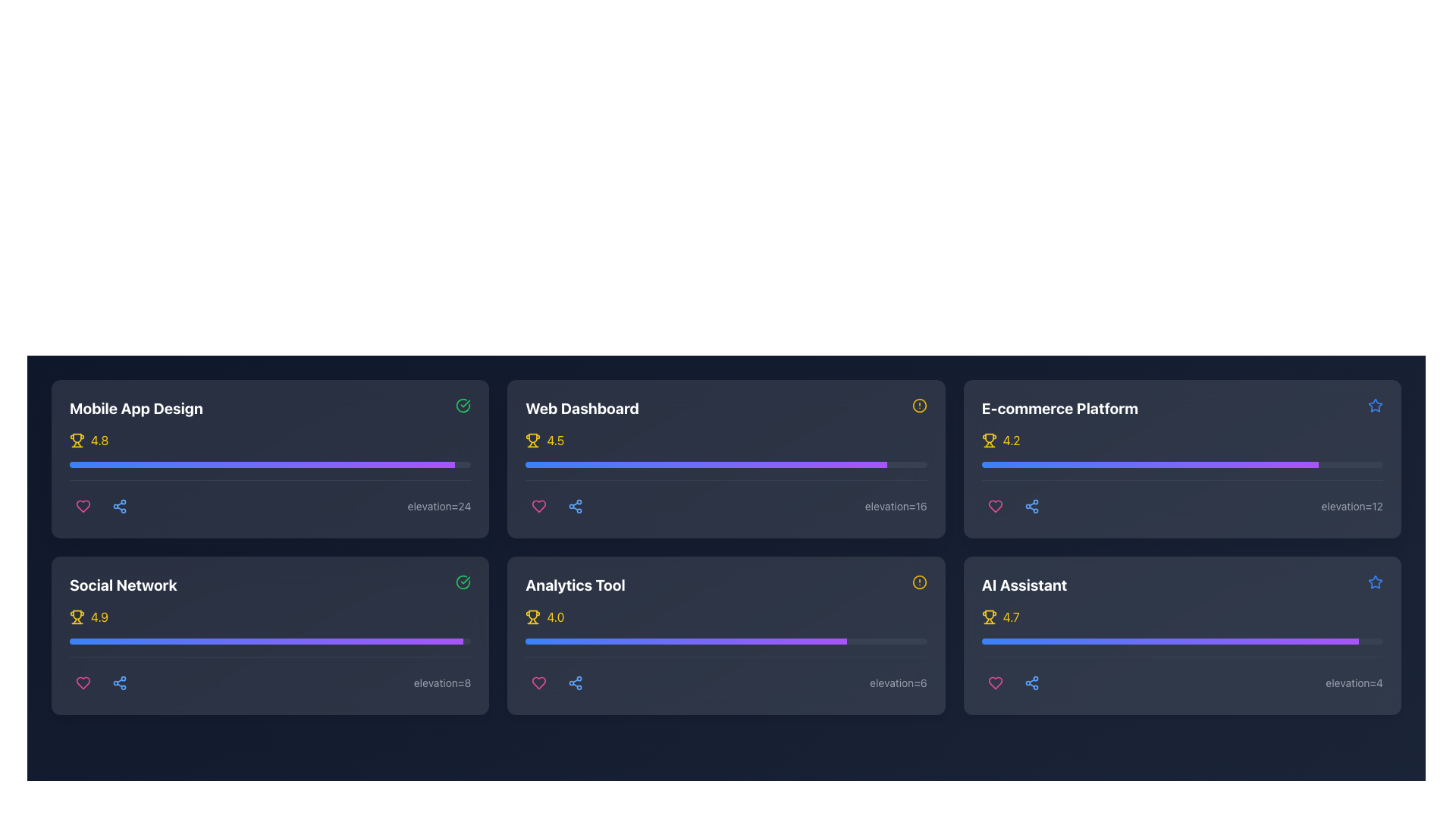 Image resolution: width=1456 pixels, height=819 pixels. What do you see at coordinates (539, 506) in the screenshot?
I see `the heart icon, which is styled with a pink stroke and located at the bottom-left corner of the second card from the left in the upper row` at bounding box center [539, 506].